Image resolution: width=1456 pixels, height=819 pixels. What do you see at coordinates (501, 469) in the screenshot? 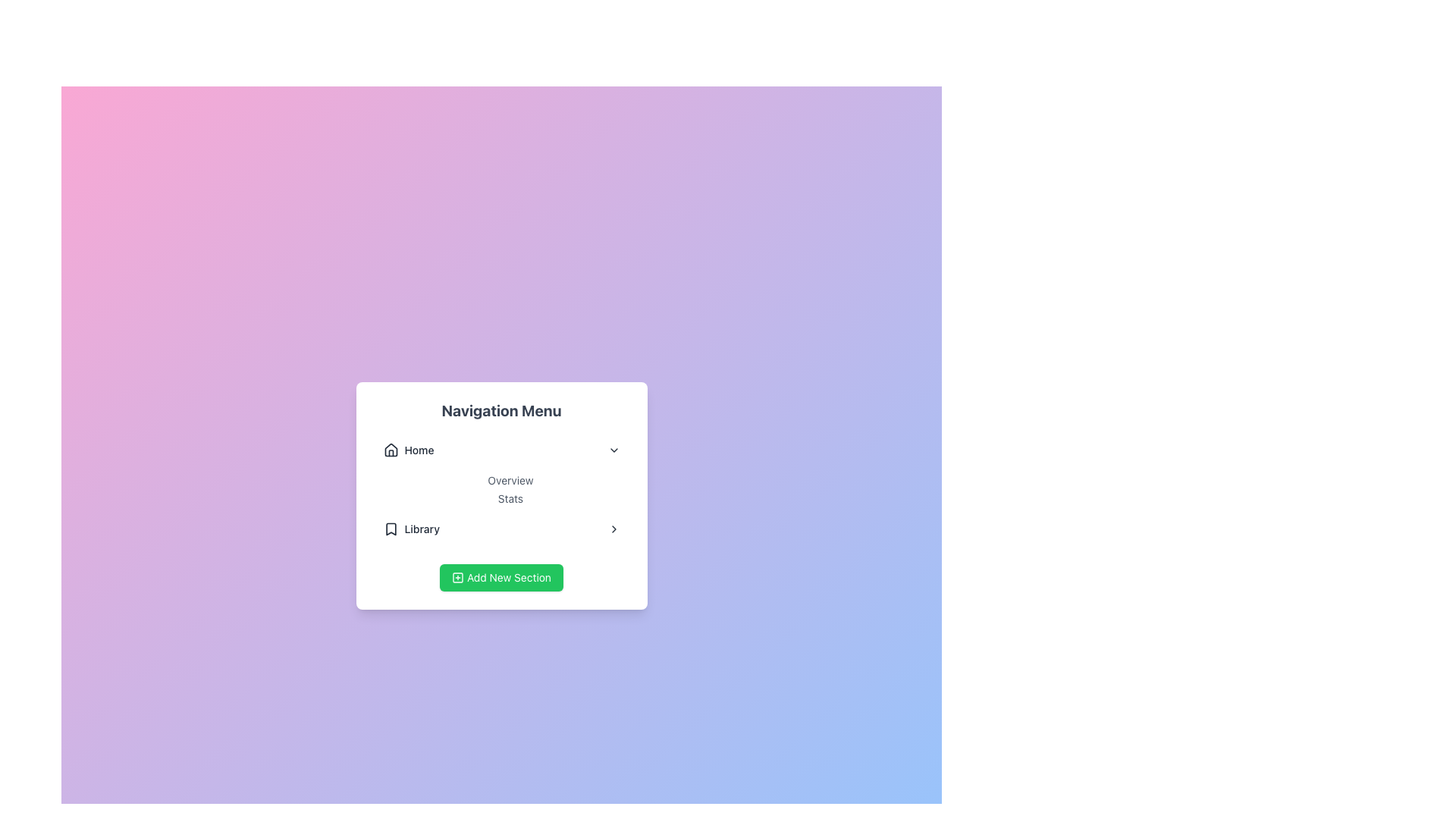
I see `the 'Overview' link in the navigation menu located under the 'Home' category` at bounding box center [501, 469].